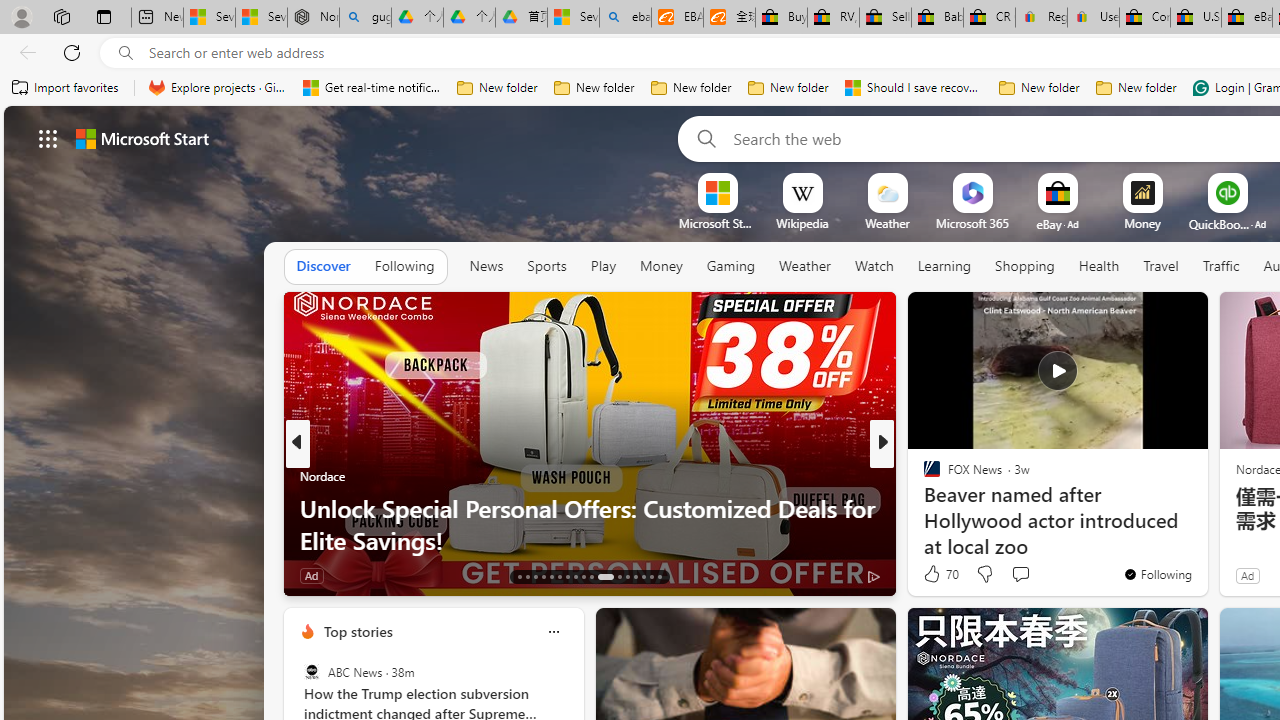 This screenshot has height=720, width=1280. Describe the element at coordinates (802, 223) in the screenshot. I see `'Wikipedia'` at that location.